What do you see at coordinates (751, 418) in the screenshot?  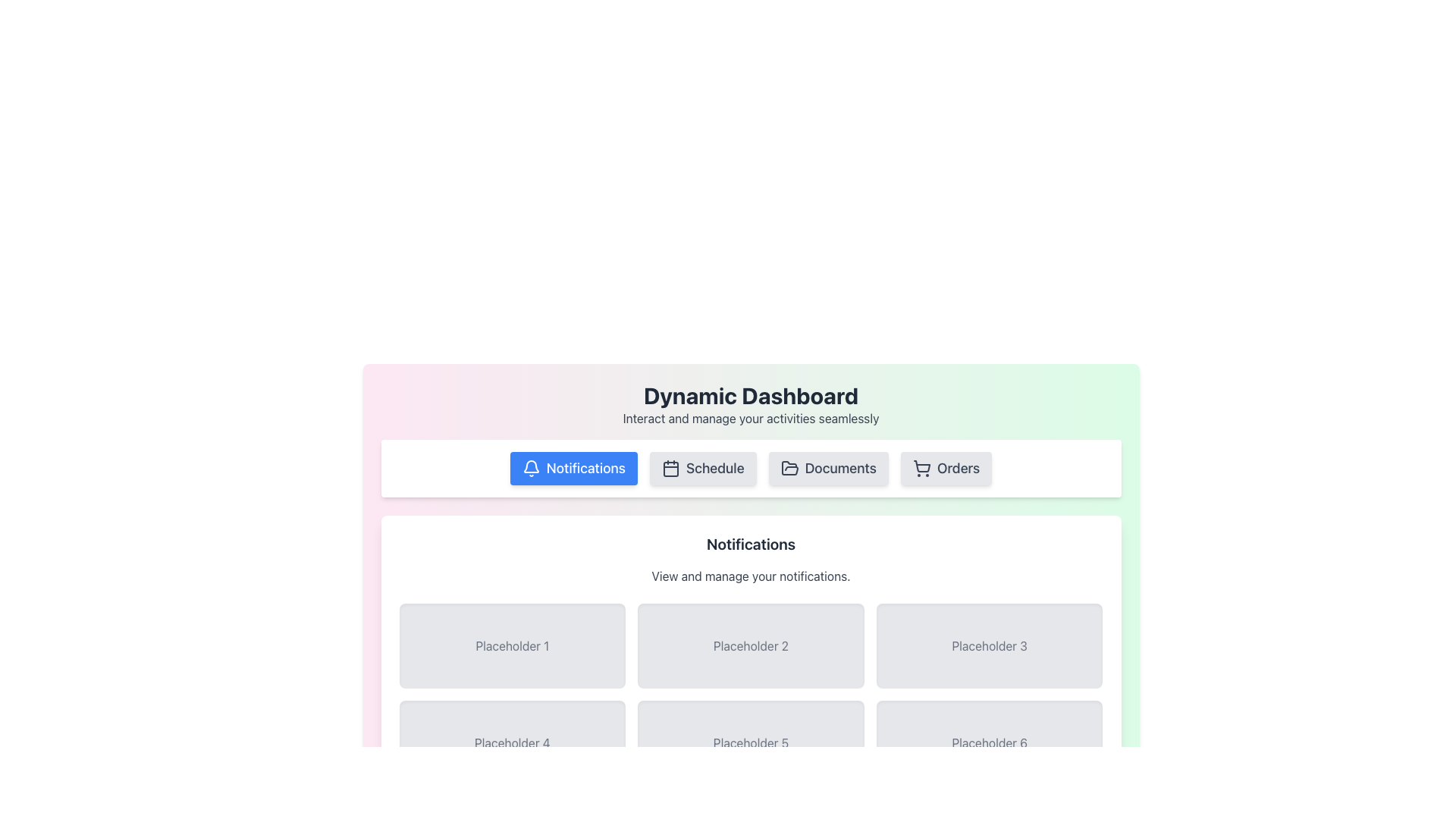 I see `static text element rendered in gray color and styled with a smaller font size, located directly below the 'Dynamic Dashboard' title` at bounding box center [751, 418].